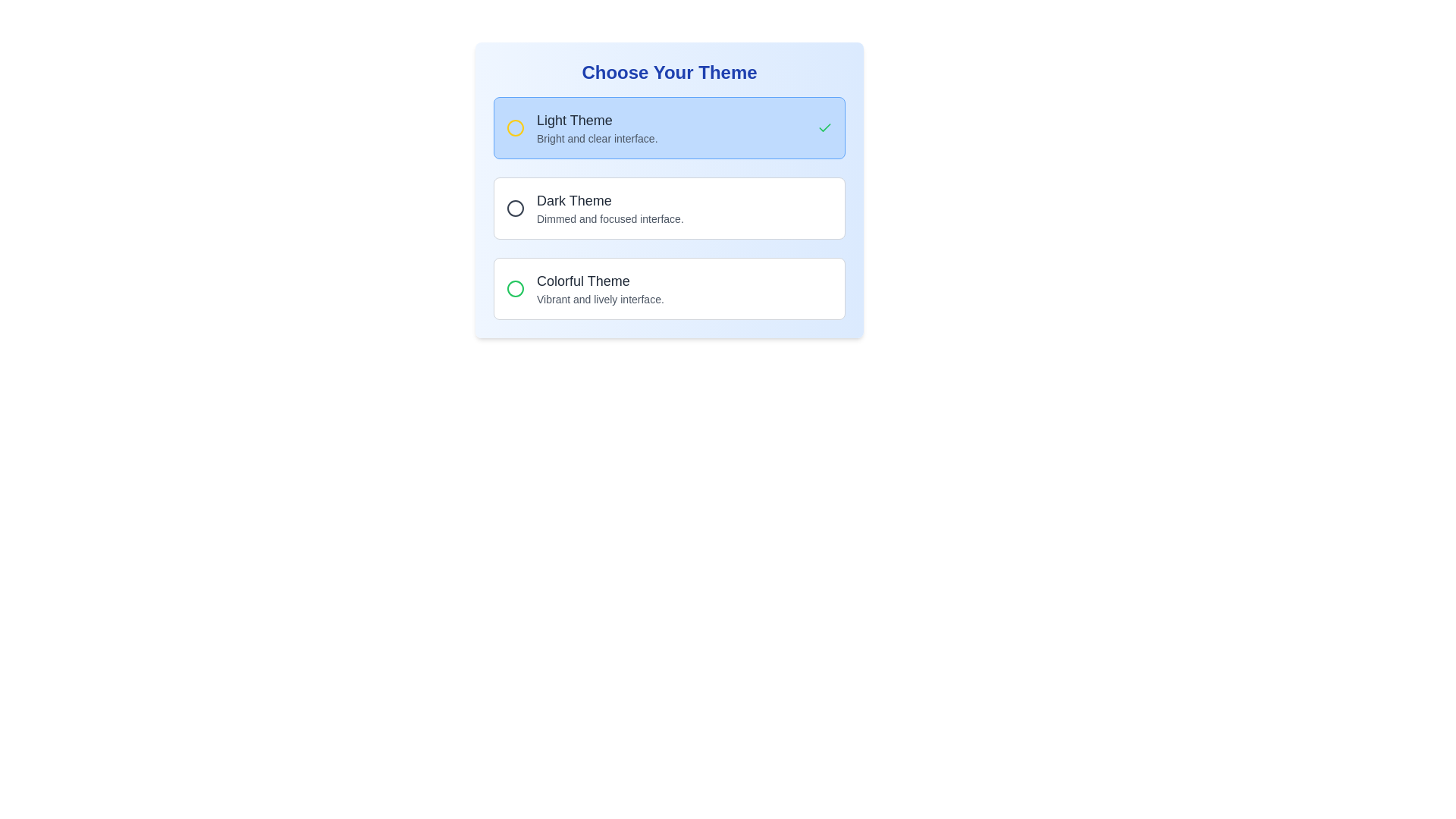 The image size is (1456, 819). What do you see at coordinates (610, 219) in the screenshot?
I see `descriptive text displayed below the 'Dark Theme' option in the 'Choose Your Theme' selection interface` at bounding box center [610, 219].